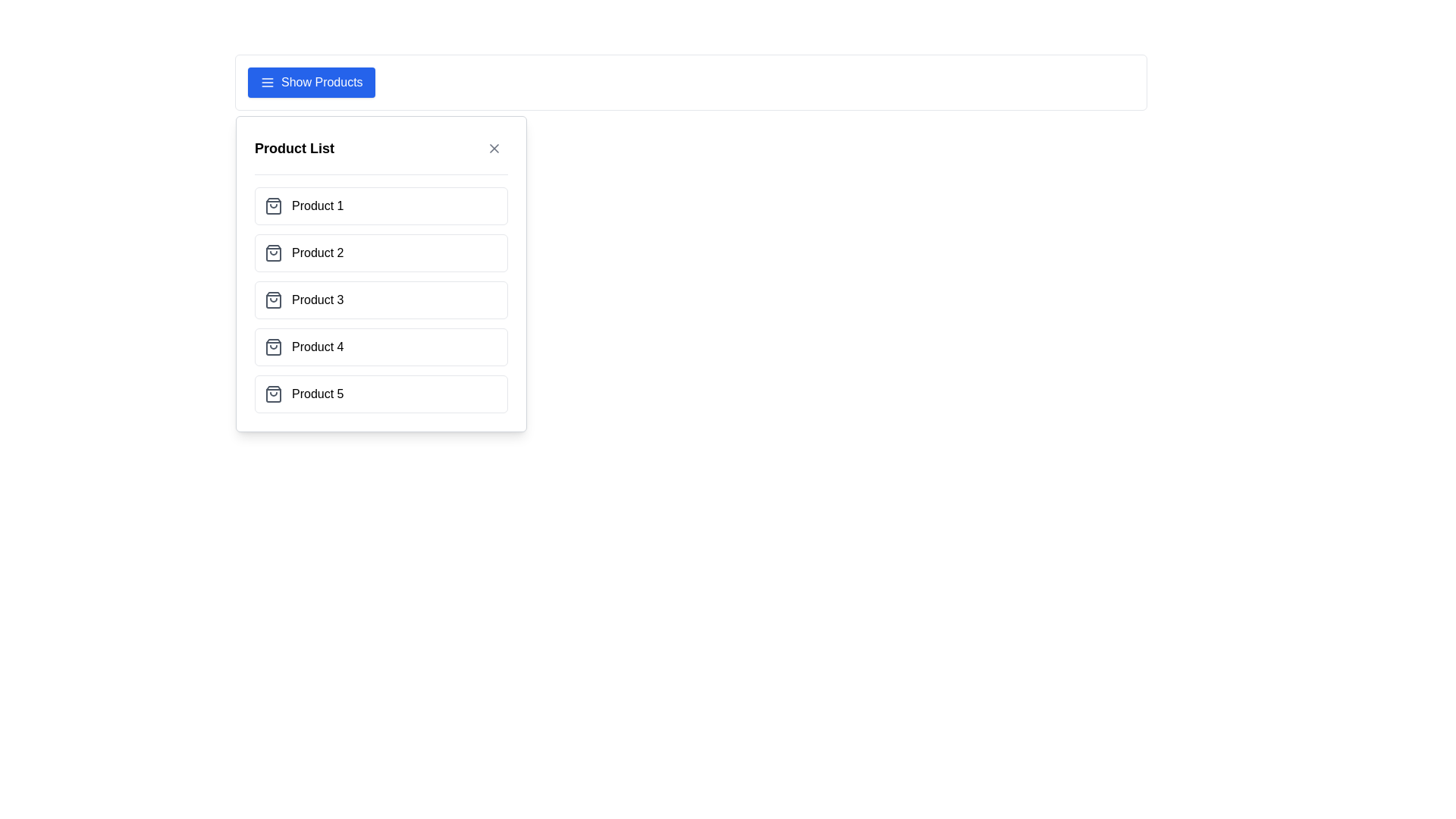  Describe the element at coordinates (273, 347) in the screenshot. I see `the shopping bag icon located to the left of the 'Product 4' text in the 'Product List' panel` at that location.